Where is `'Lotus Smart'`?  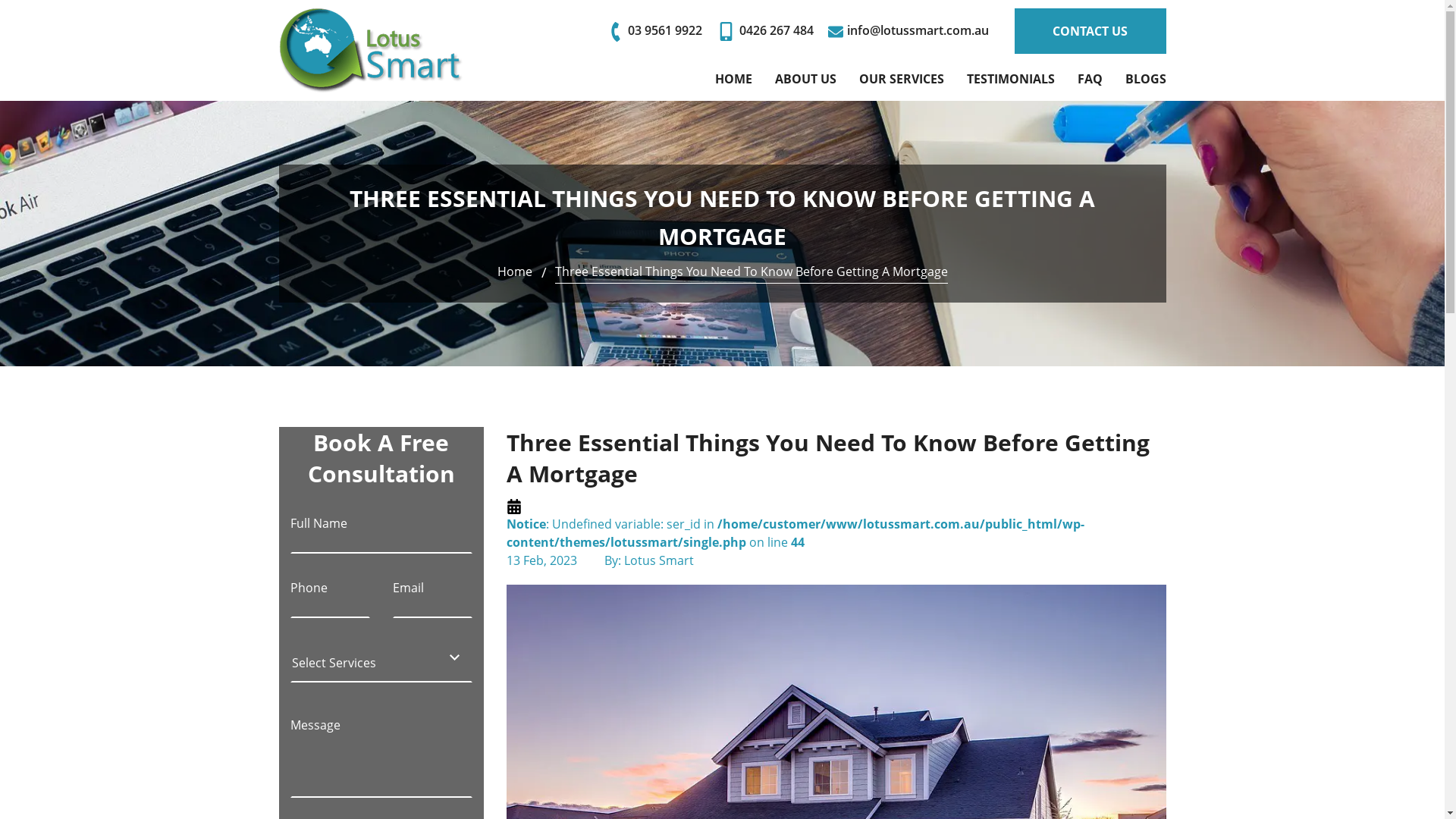 'Lotus Smart' is located at coordinates (371, 49).